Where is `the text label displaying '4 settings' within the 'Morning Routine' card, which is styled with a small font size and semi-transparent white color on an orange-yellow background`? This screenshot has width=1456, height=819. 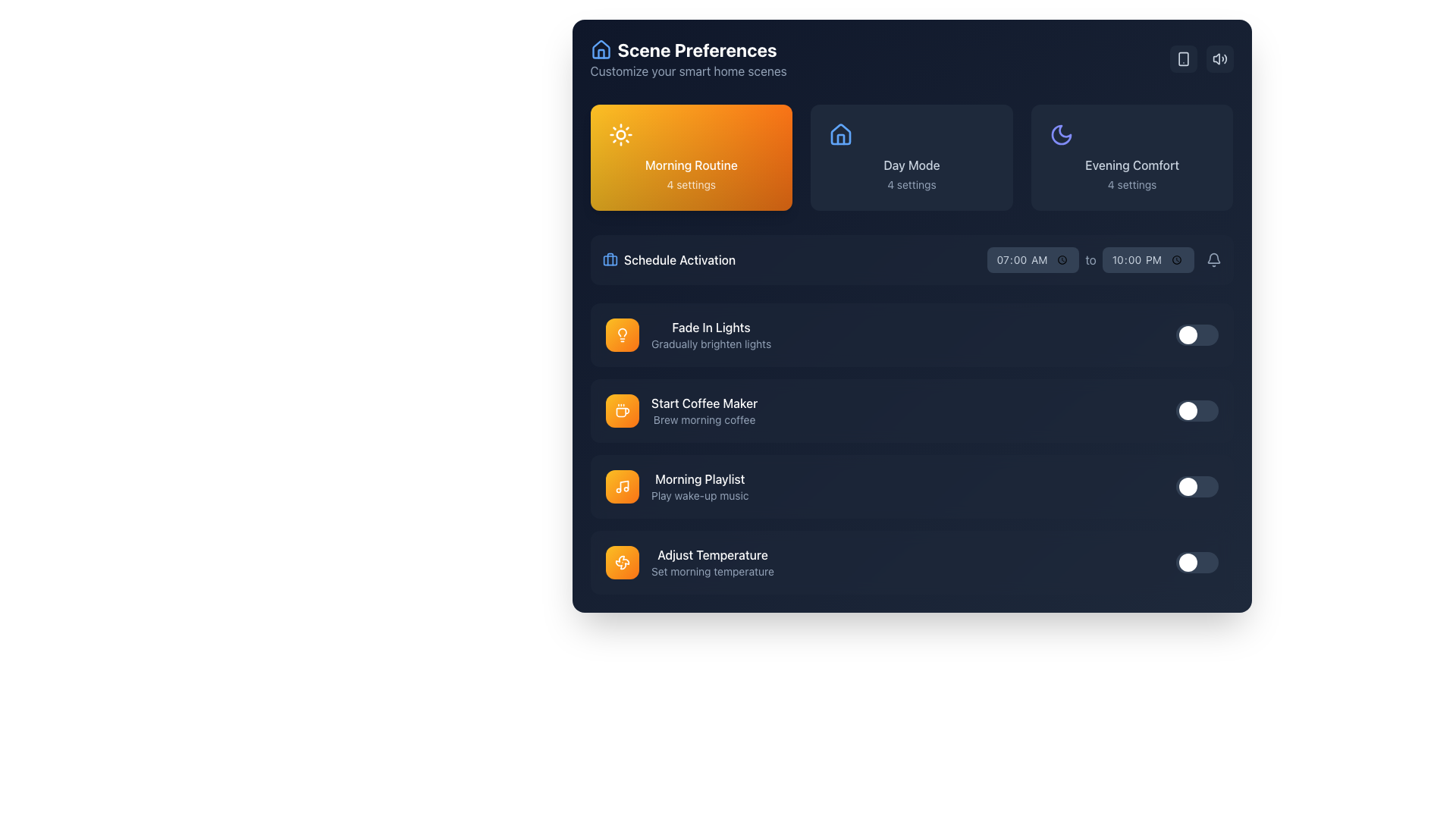
the text label displaying '4 settings' within the 'Morning Routine' card, which is styled with a small font size and semi-transparent white color on an orange-yellow background is located at coordinates (690, 184).